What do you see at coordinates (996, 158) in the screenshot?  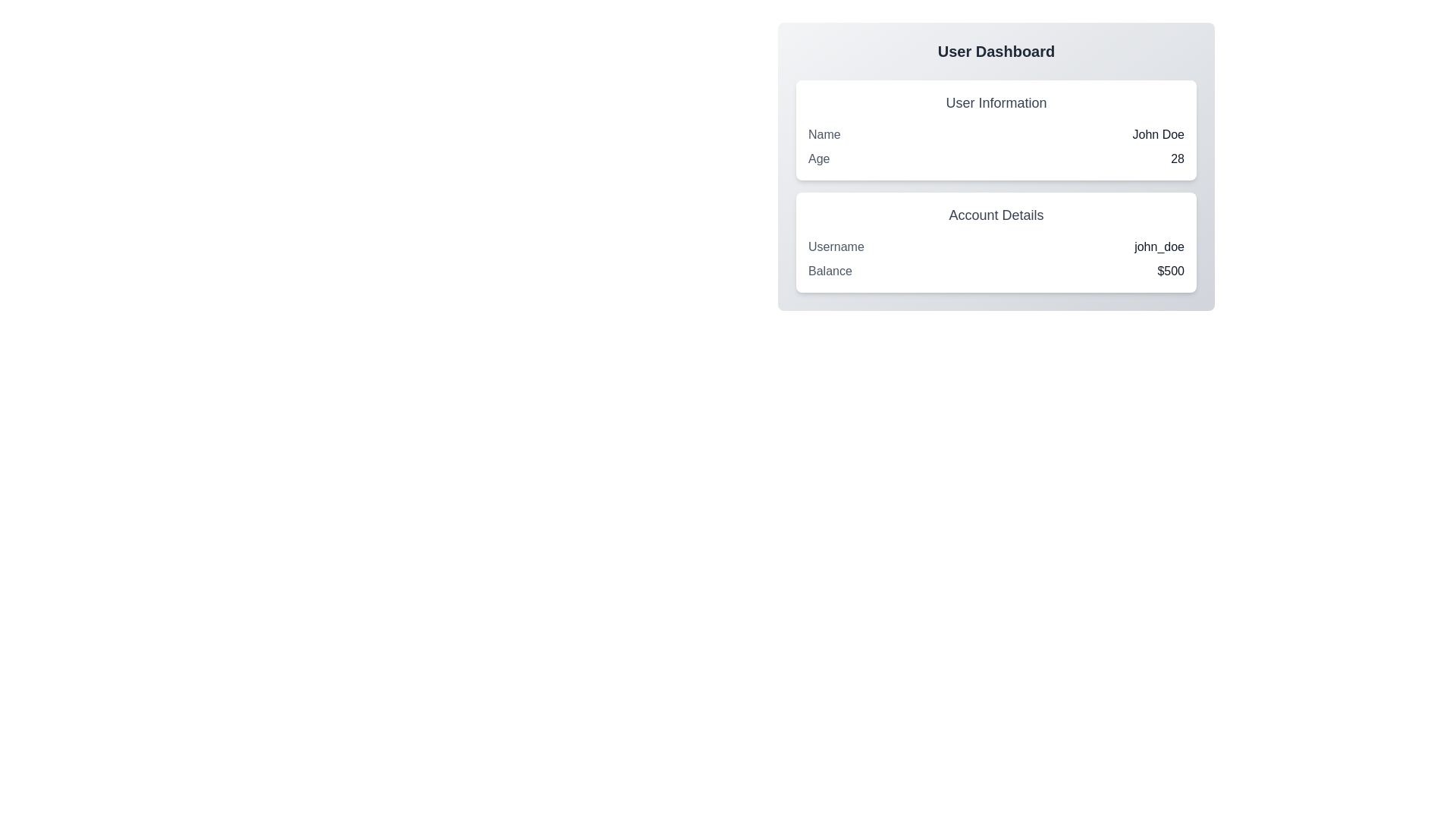 I see `the age display element located below the 'Name' row in the 'User Information' section of the user dashboard card` at bounding box center [996, 158].